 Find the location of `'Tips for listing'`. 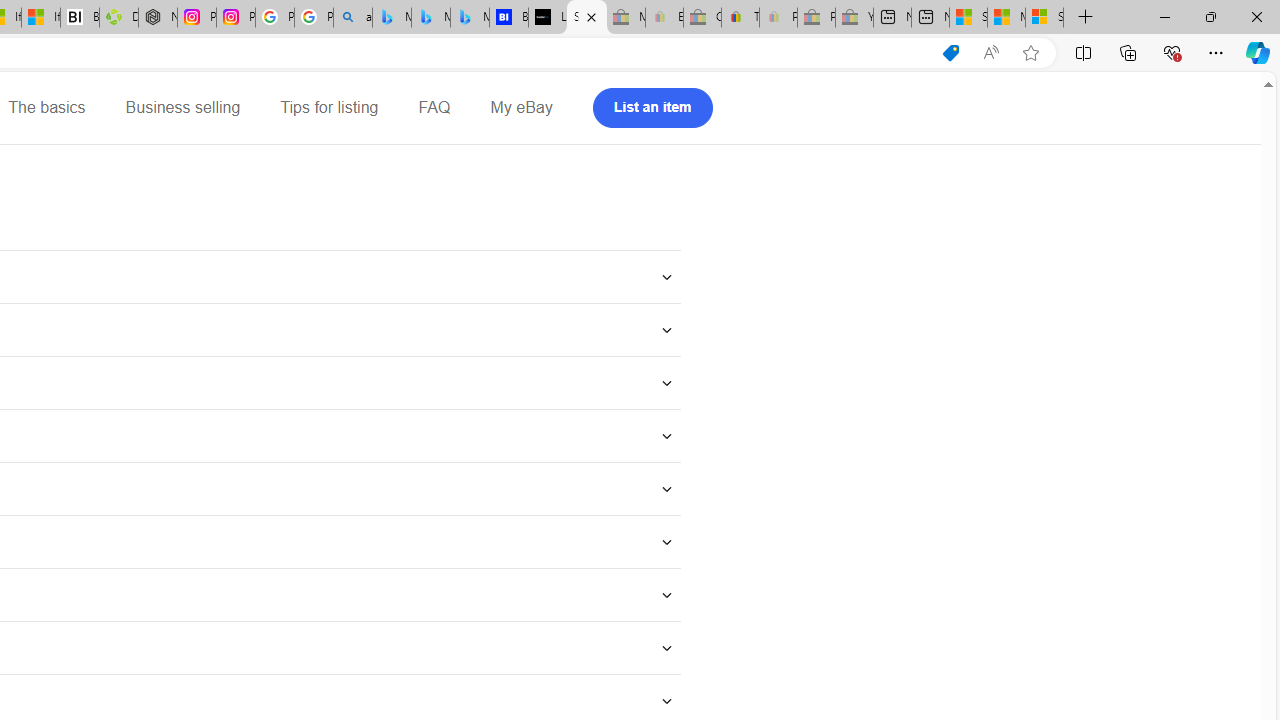

'Tips for listing' is located at coordinates (329, 108).